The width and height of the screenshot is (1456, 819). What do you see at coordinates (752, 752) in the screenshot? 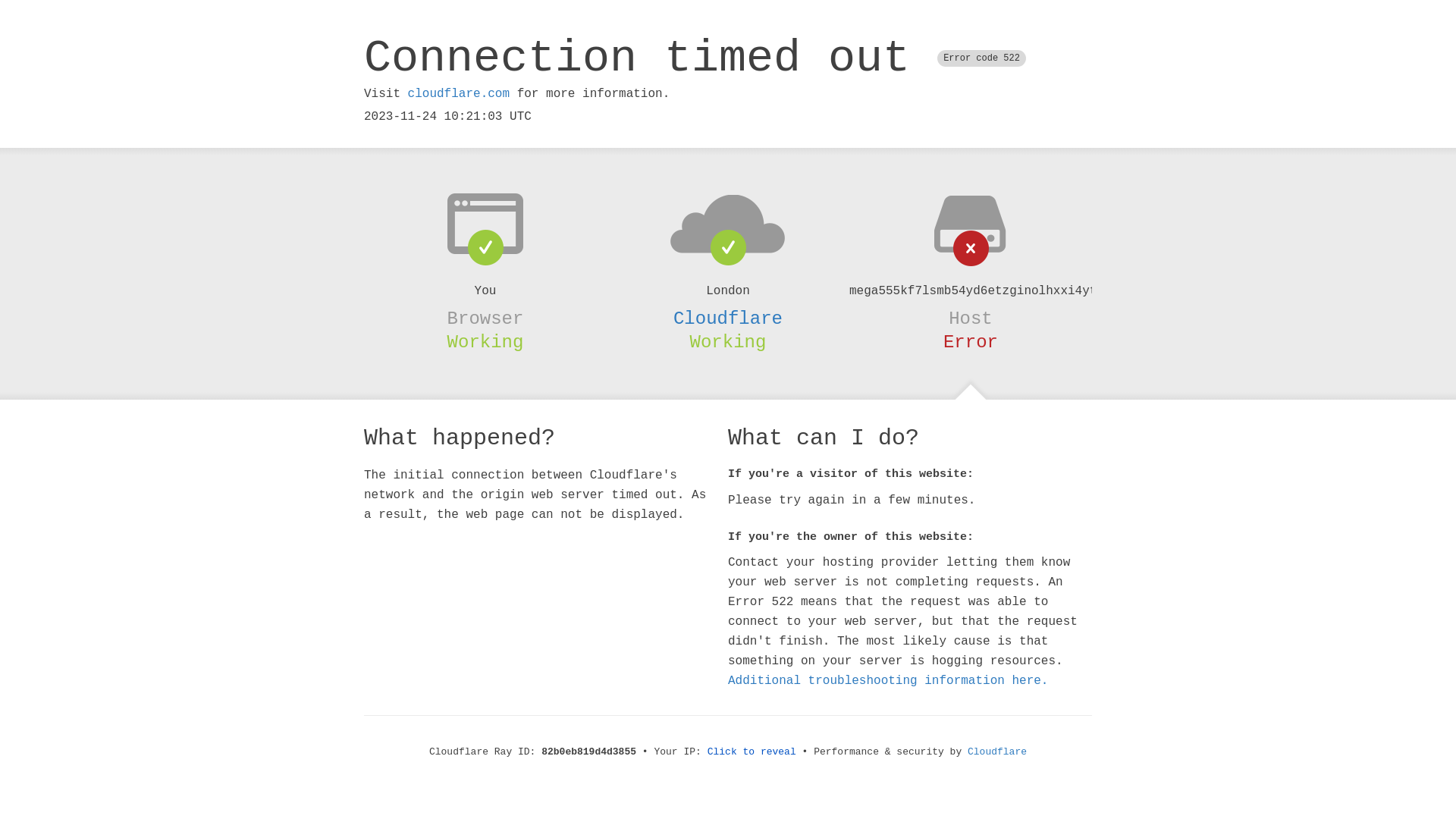
I see `'Click to reveal'` at bounding box center [752, 752].